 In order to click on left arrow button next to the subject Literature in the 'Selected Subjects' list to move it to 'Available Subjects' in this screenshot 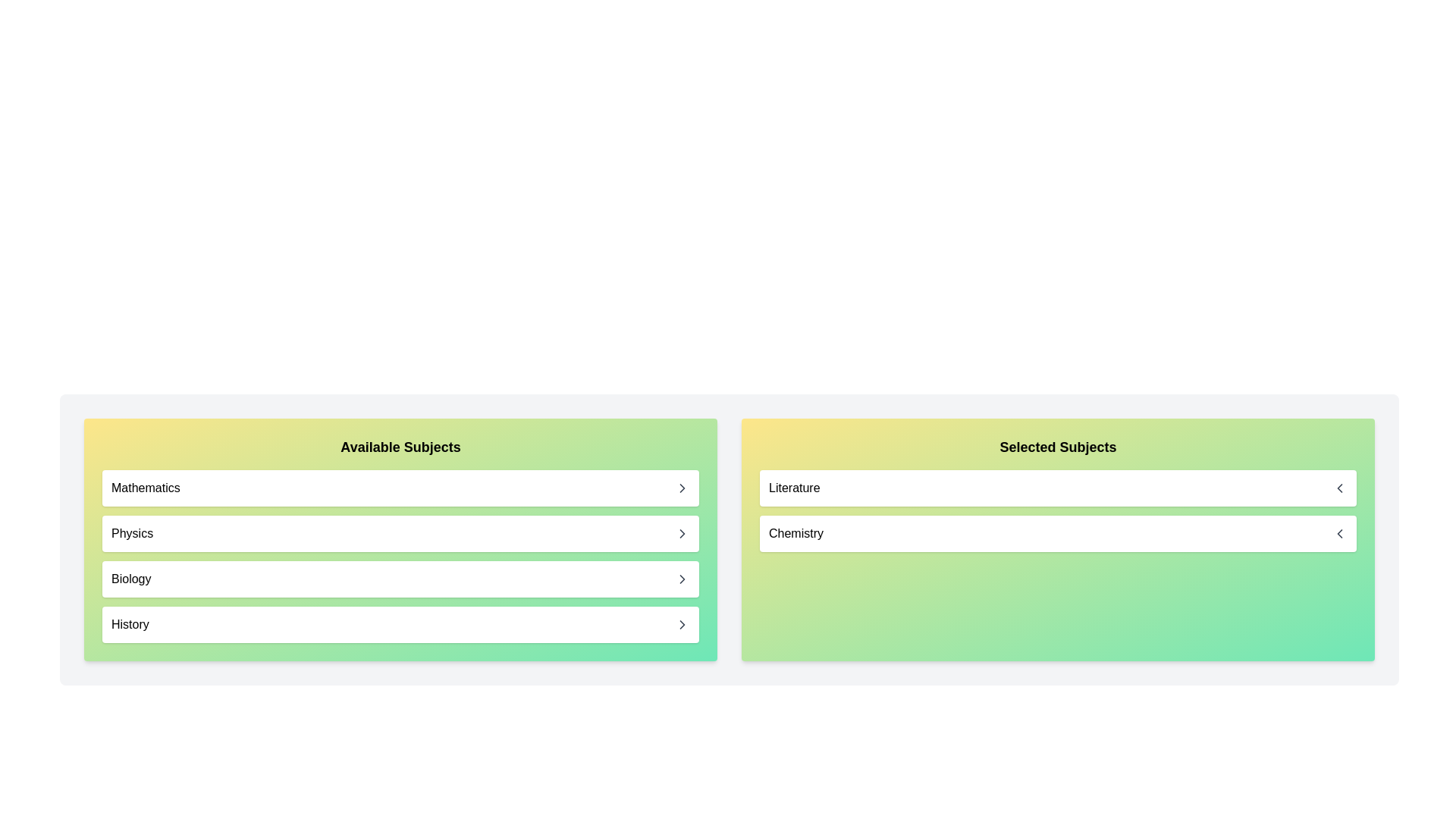, I will do `click(1339, 488)`.